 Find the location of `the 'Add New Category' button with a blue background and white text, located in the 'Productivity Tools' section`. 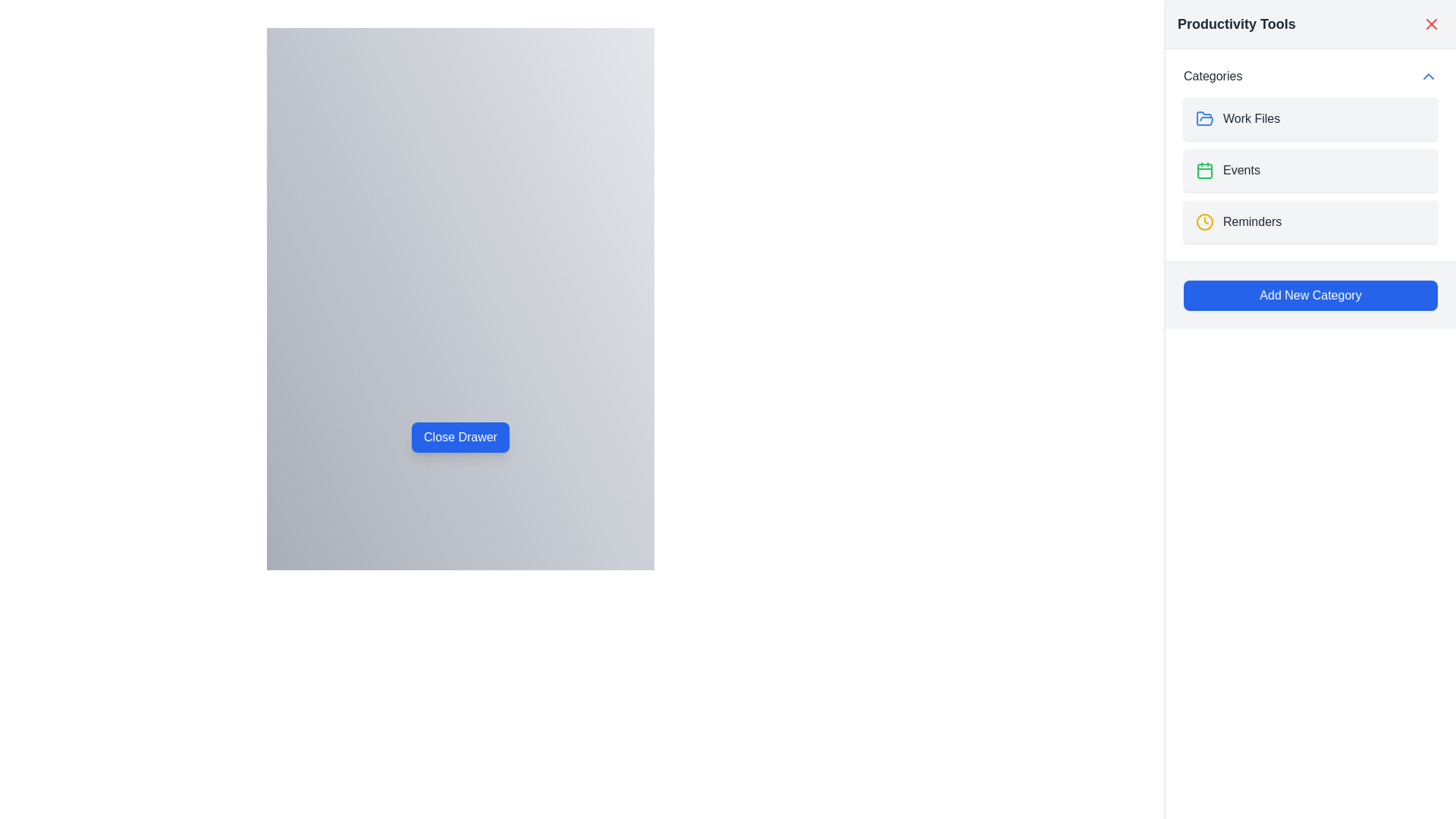

the 'Add New Category' button with a blue background and white text, located in the 'Productivity Tools' section is located at coordinates (1310, 295).